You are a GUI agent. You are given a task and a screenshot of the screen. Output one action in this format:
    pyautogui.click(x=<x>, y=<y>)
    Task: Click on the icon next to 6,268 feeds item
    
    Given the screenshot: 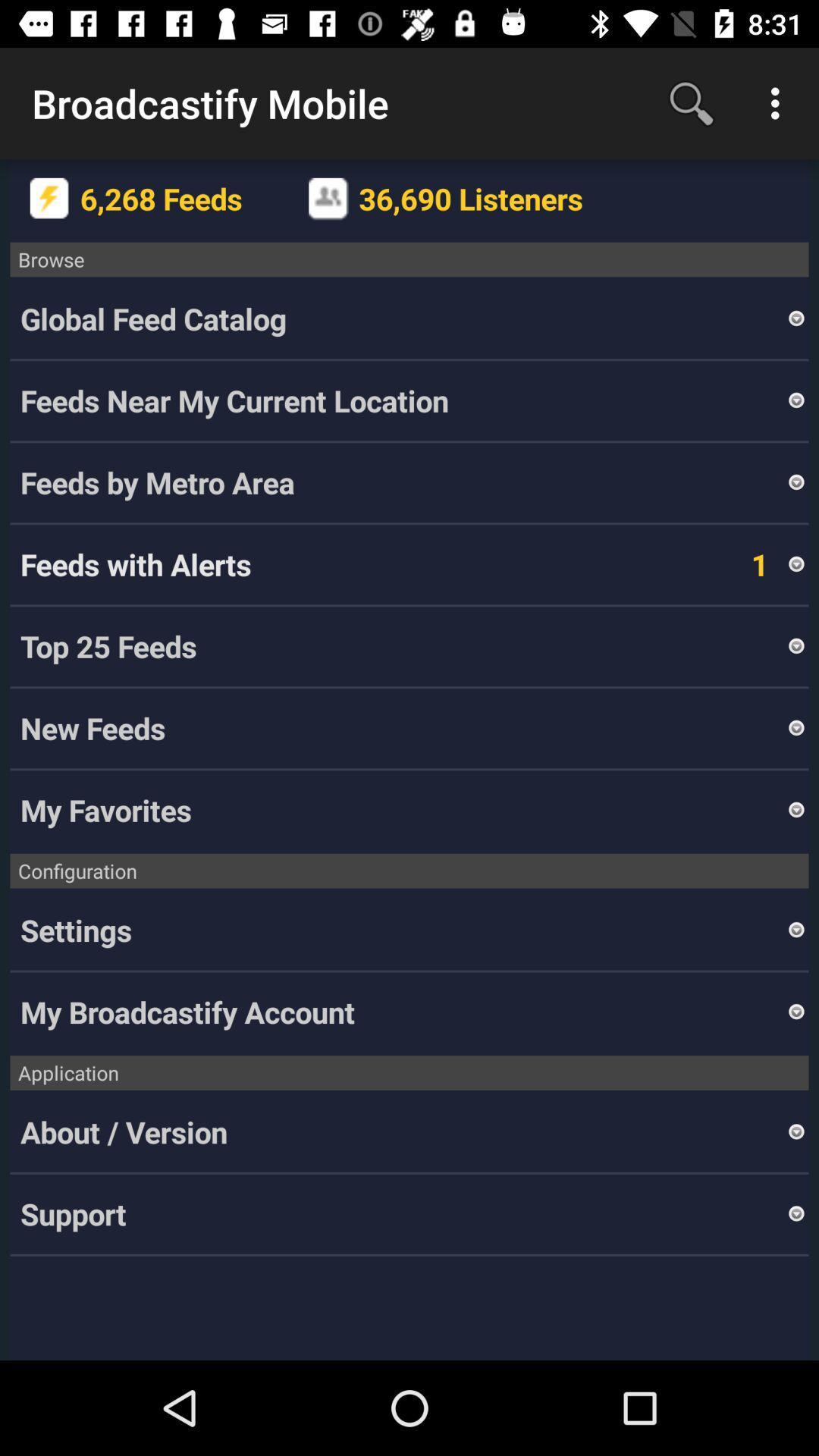 What is the action you would take?
    pyautogui.click(x=49, y=198)
    